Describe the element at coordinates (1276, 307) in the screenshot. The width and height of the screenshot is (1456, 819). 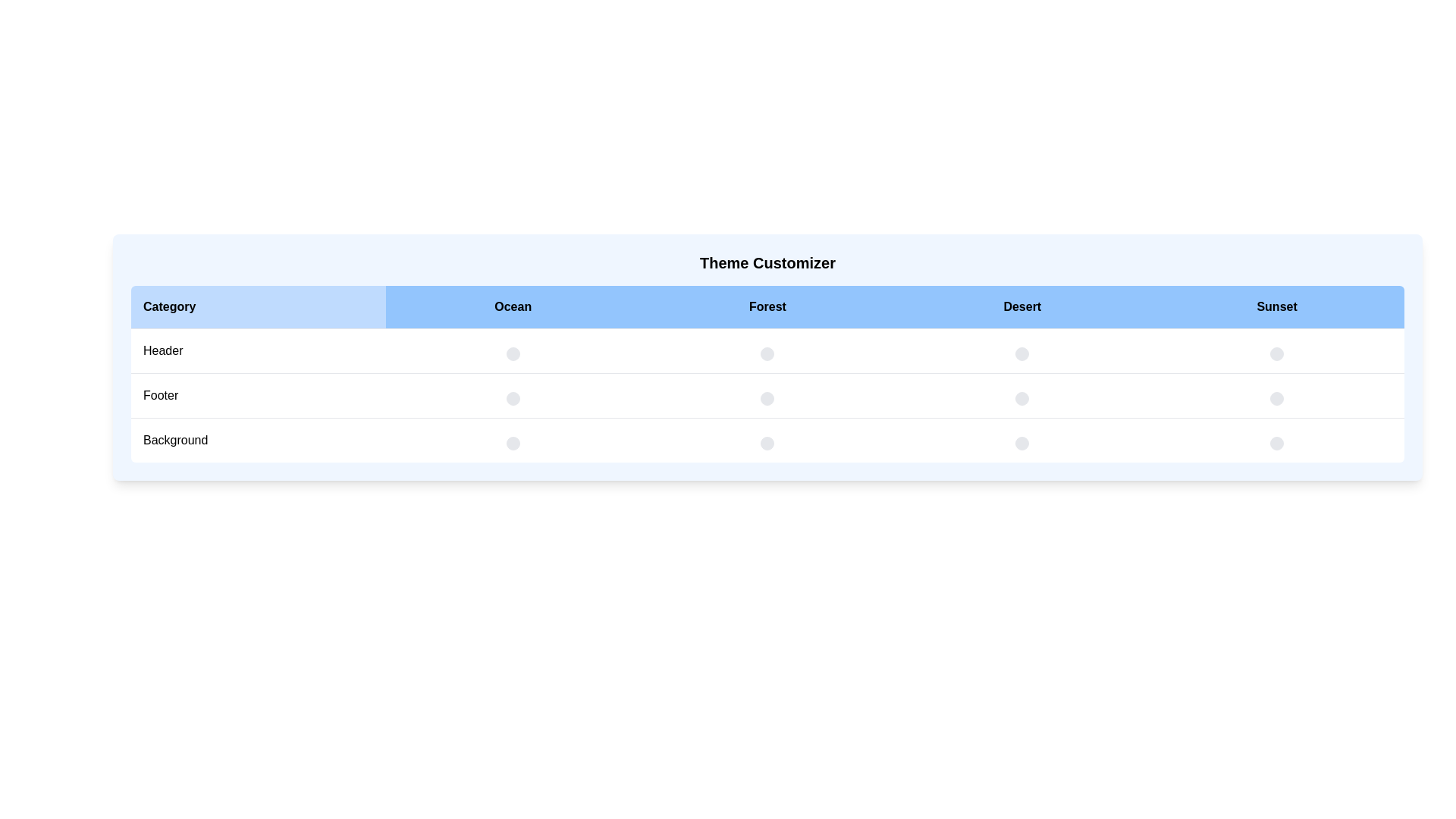
I see `the label component at the fifth position in the table header, which categorizes the content below it` at that location.